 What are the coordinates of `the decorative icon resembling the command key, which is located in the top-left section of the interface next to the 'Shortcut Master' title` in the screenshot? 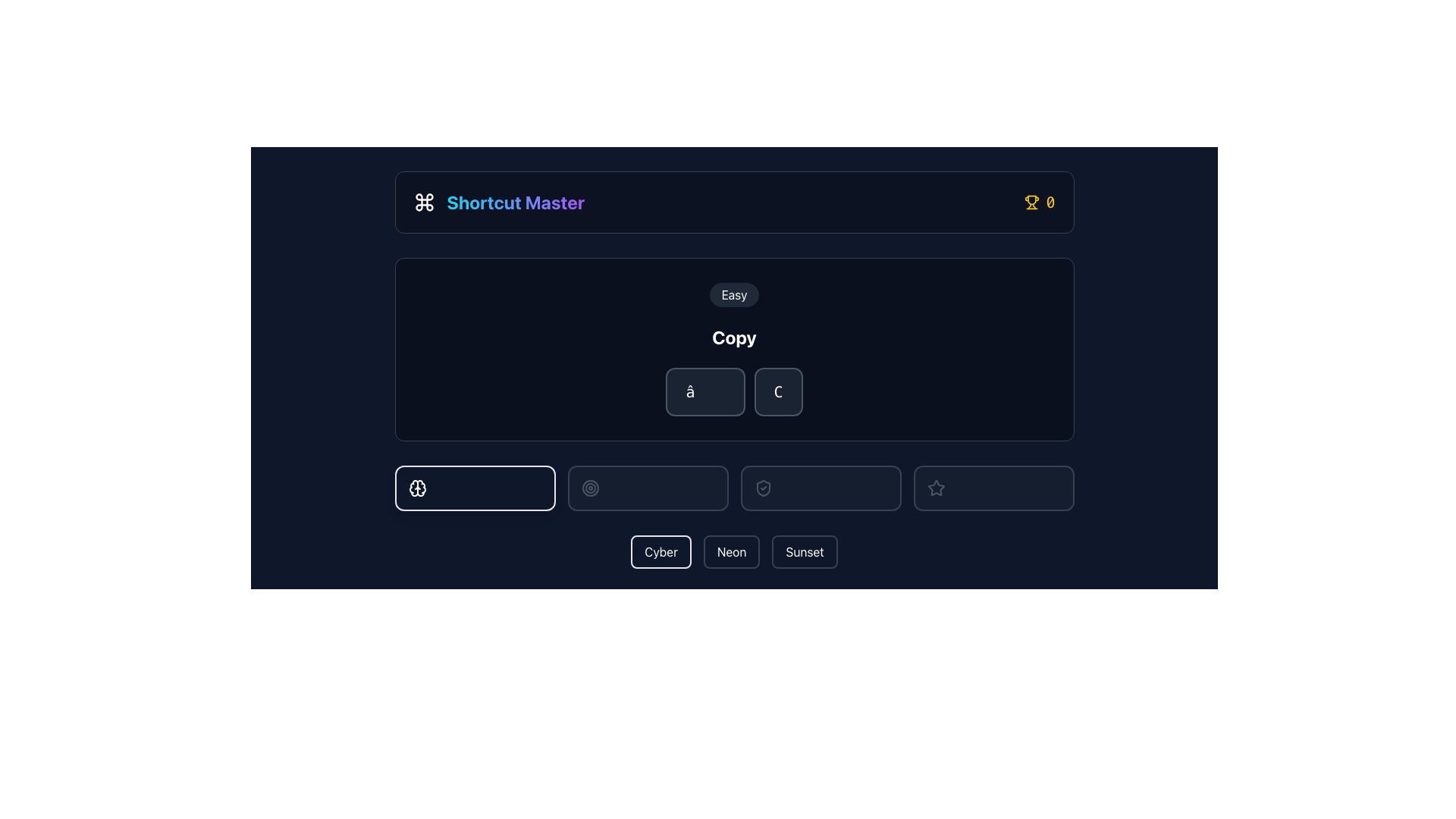 It's located at (424, 201).